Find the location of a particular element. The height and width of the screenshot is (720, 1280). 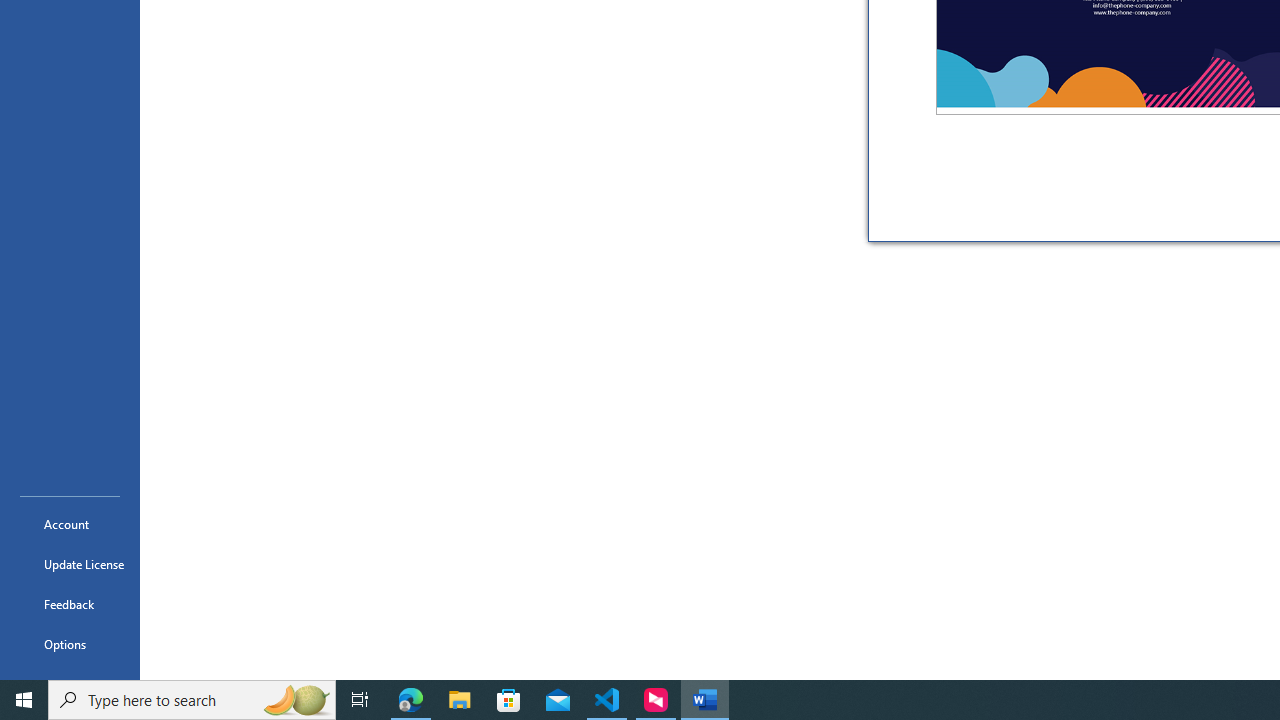

'Search highlights icon opens search home window' is located at coordinates (294, 698).